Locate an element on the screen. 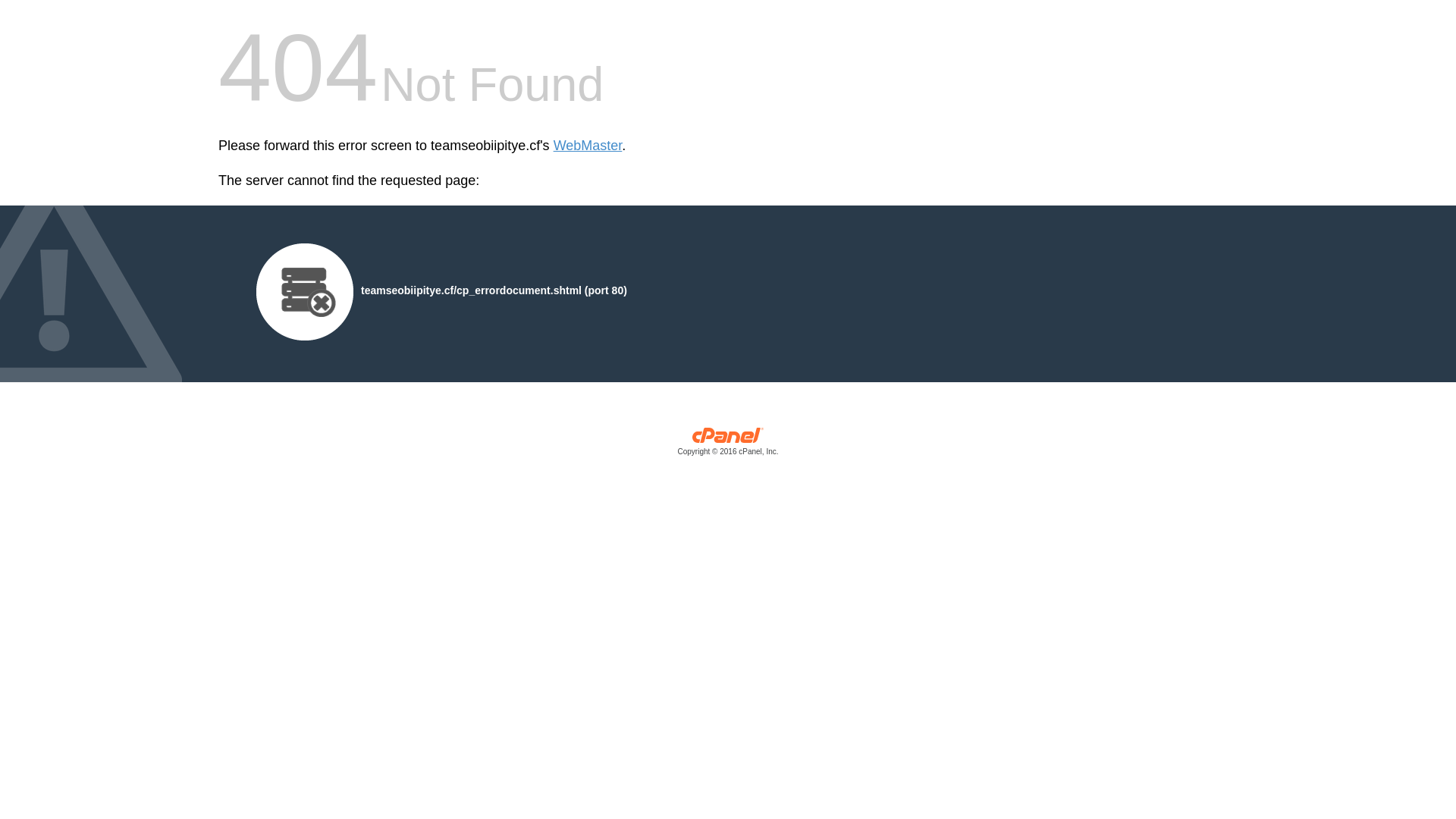  'WebMaster' is located at coordinates (587, 146).